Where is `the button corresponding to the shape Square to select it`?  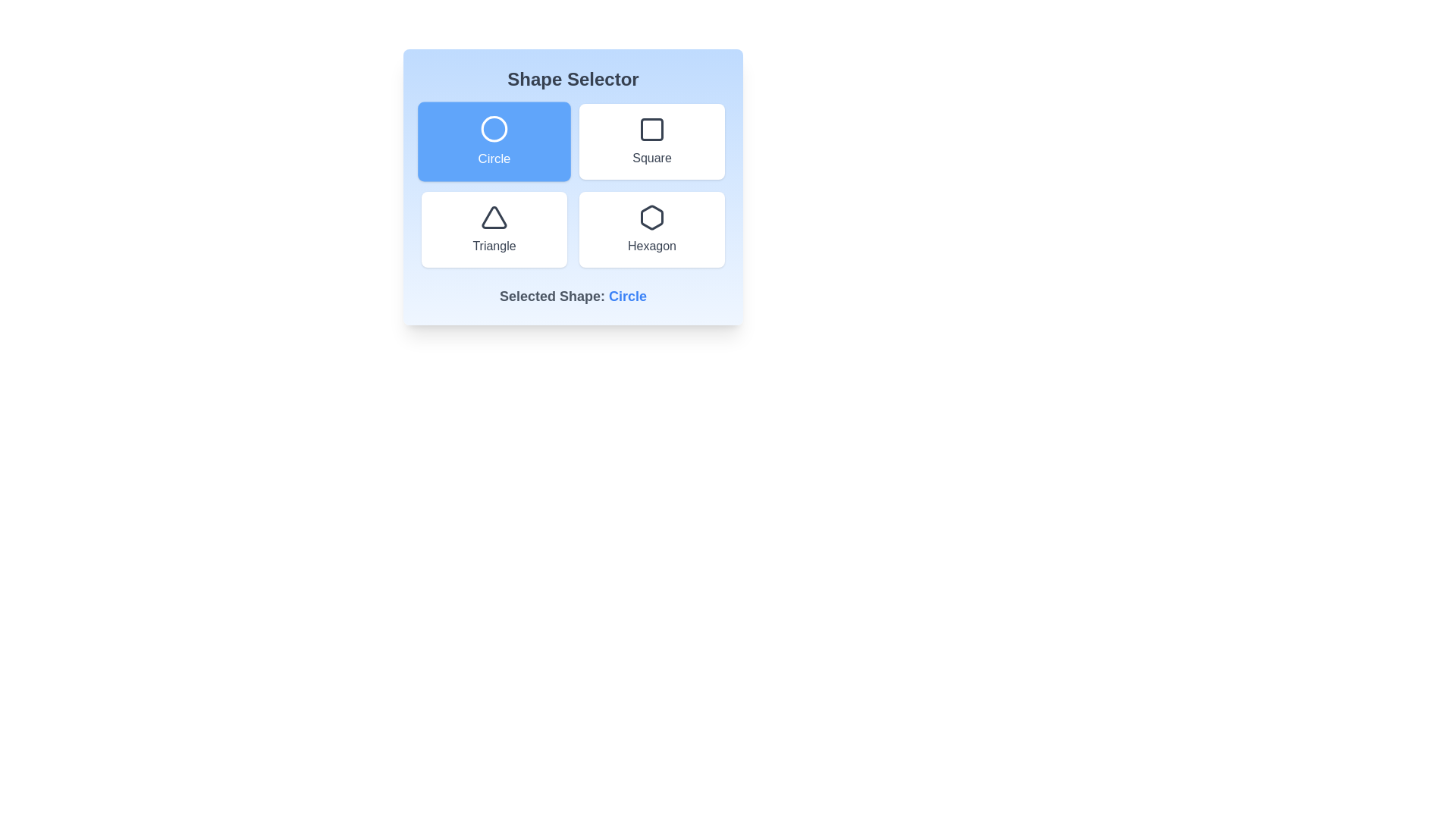 the button corresponding to the shape Square to select it is located at coordinates (651, 141).